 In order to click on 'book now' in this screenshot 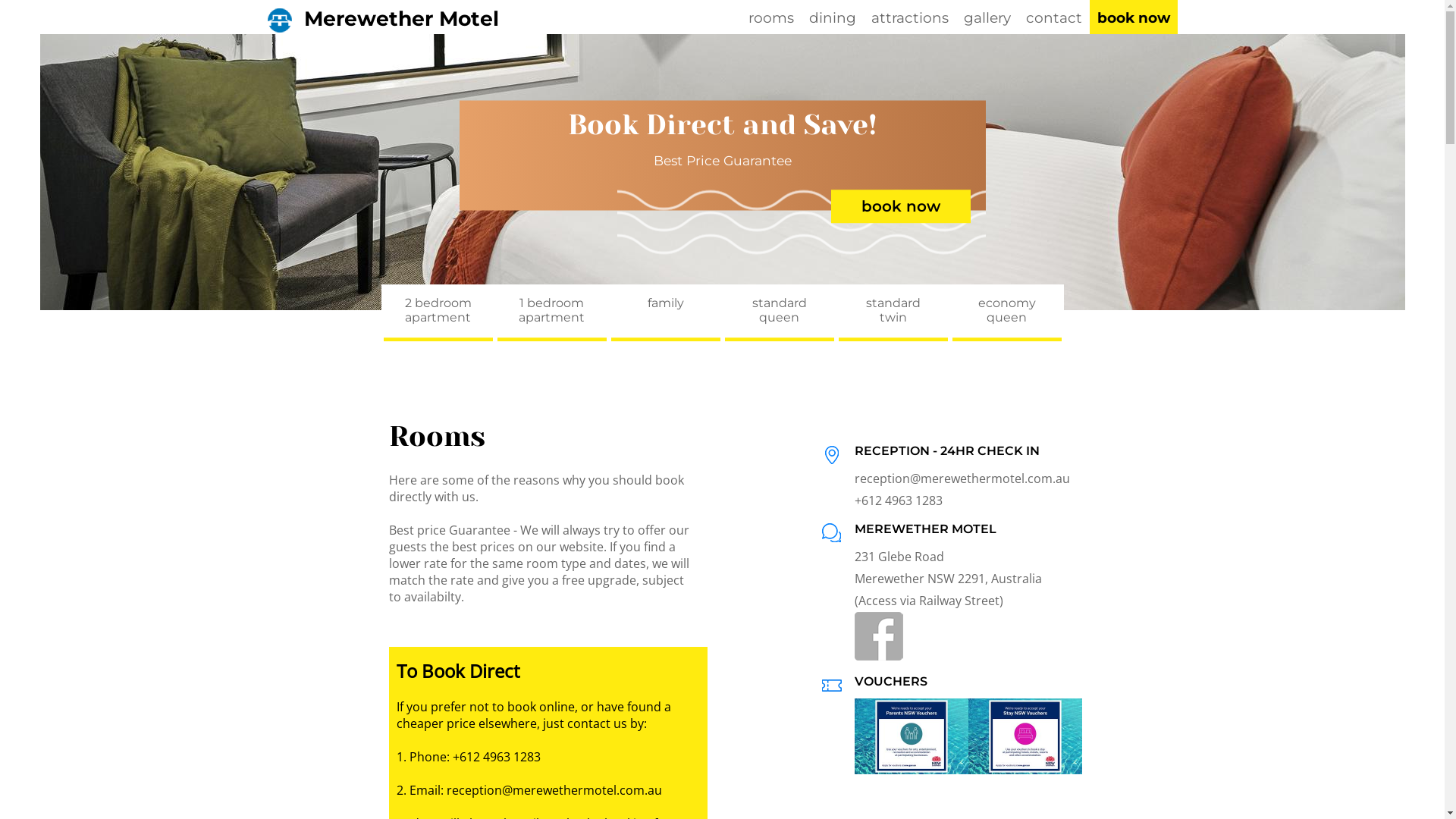, I will do `click(1132, 17)`.